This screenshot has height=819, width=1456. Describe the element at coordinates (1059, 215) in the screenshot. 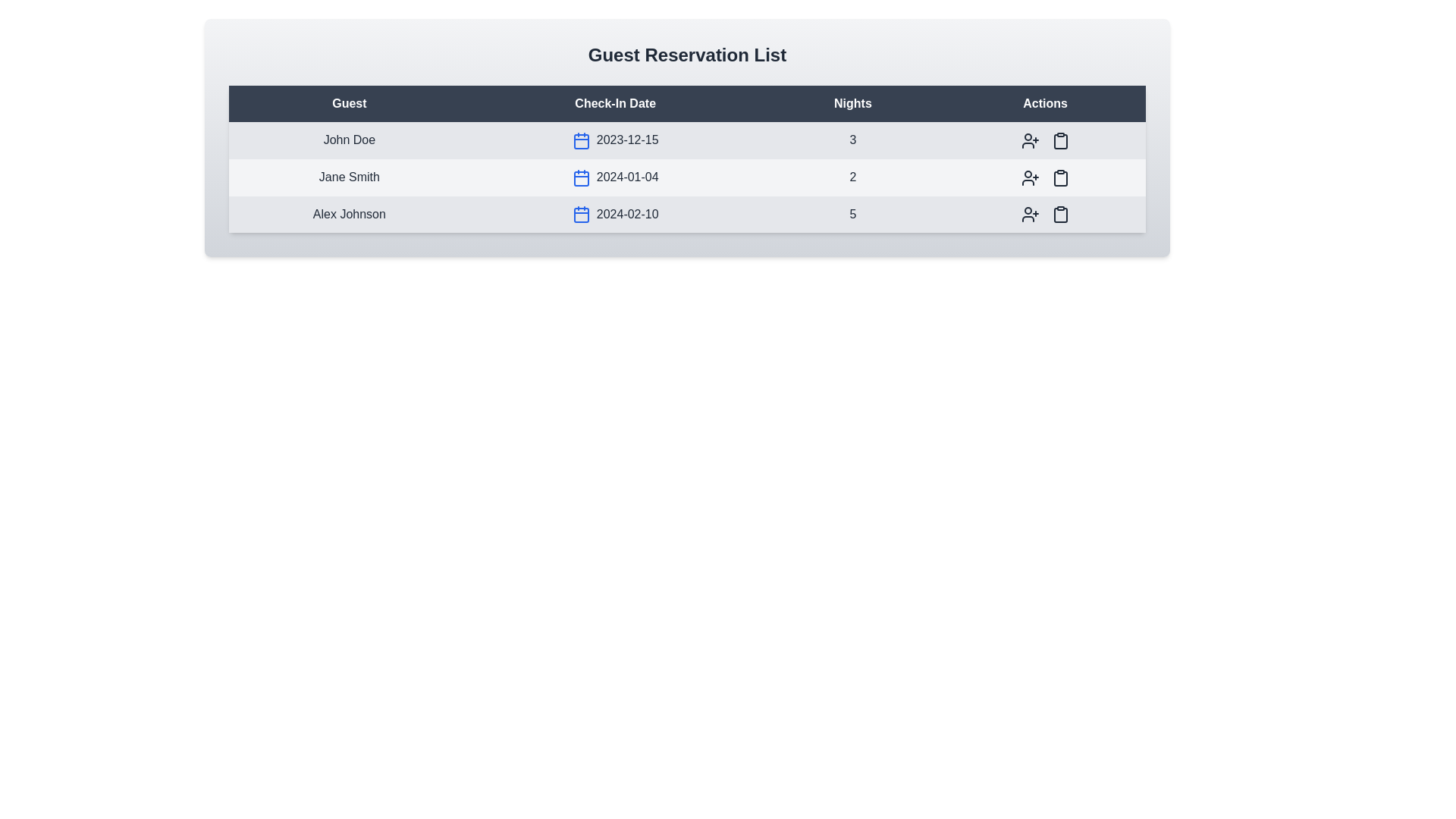

I see `the clipboard icon in the 'Actions' column of the last row` at that location.